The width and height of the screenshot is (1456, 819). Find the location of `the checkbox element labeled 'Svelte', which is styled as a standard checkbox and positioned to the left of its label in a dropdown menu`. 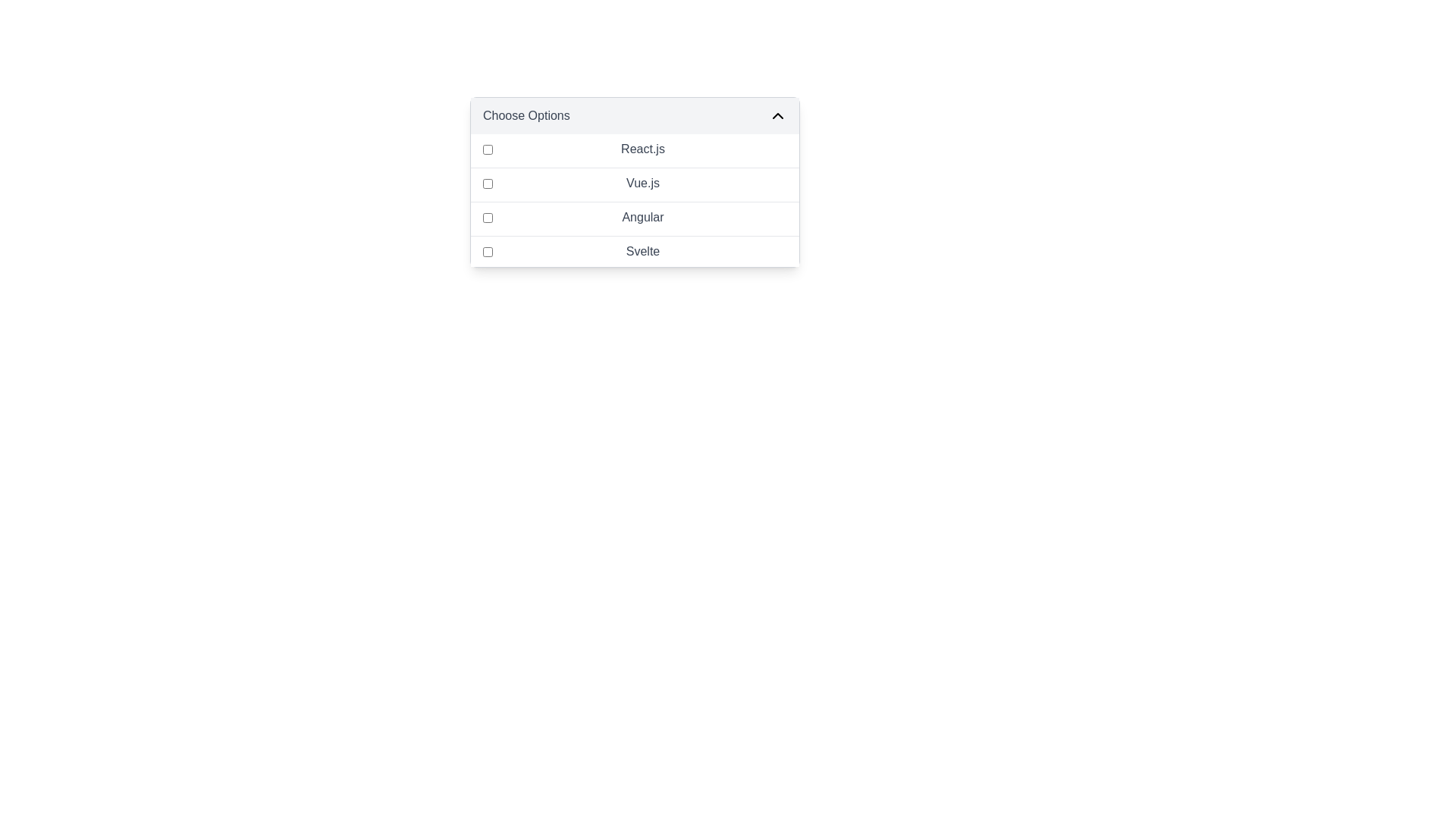

the checkbox element labeled 'Svelte', which is styled as a standard checkbox and positioned to the left of its label in a dropdown menu is located at coordinates (488, 250).